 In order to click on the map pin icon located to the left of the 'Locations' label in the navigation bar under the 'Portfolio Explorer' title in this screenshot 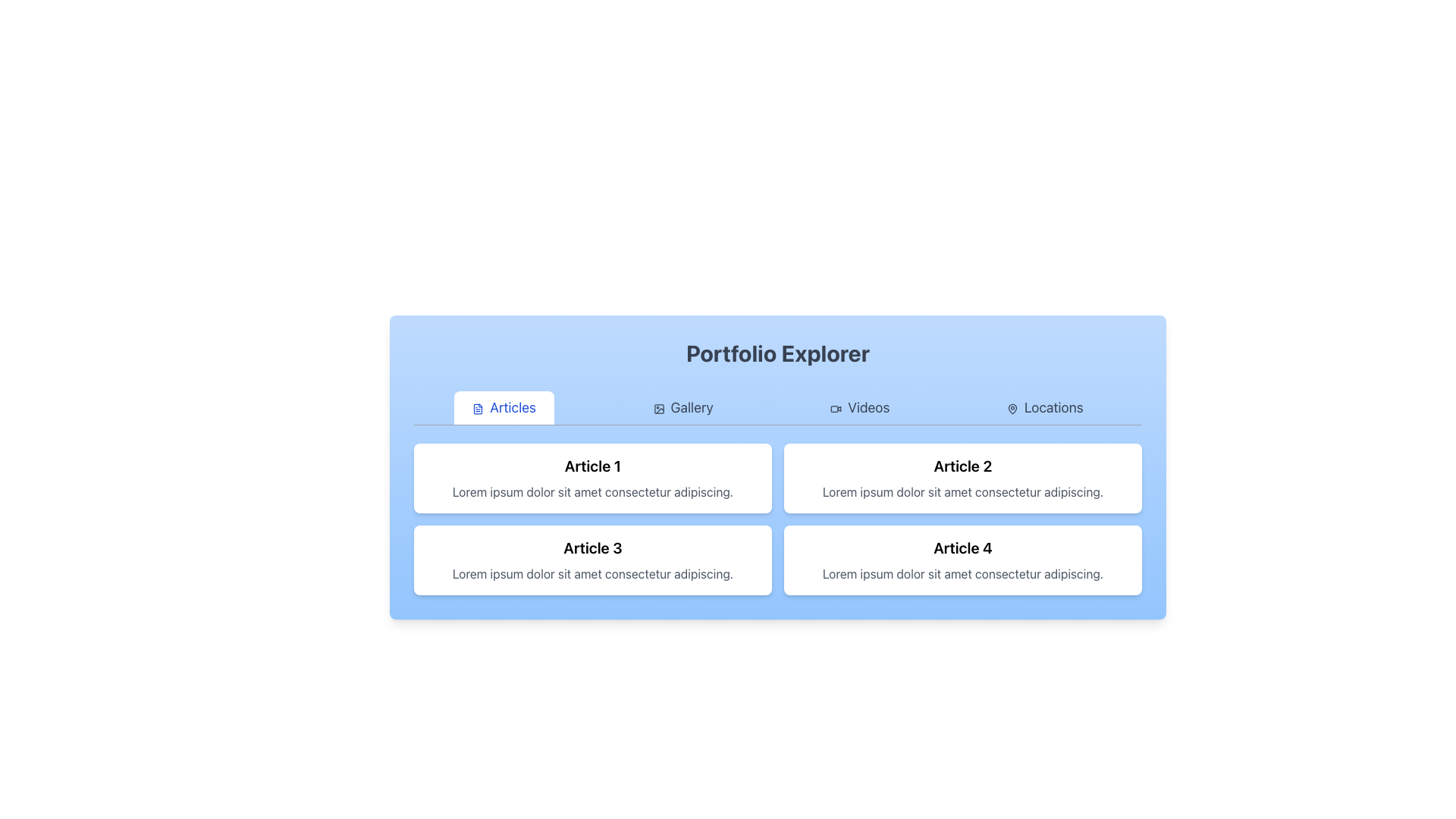, I will do `click(1012, 408)`.